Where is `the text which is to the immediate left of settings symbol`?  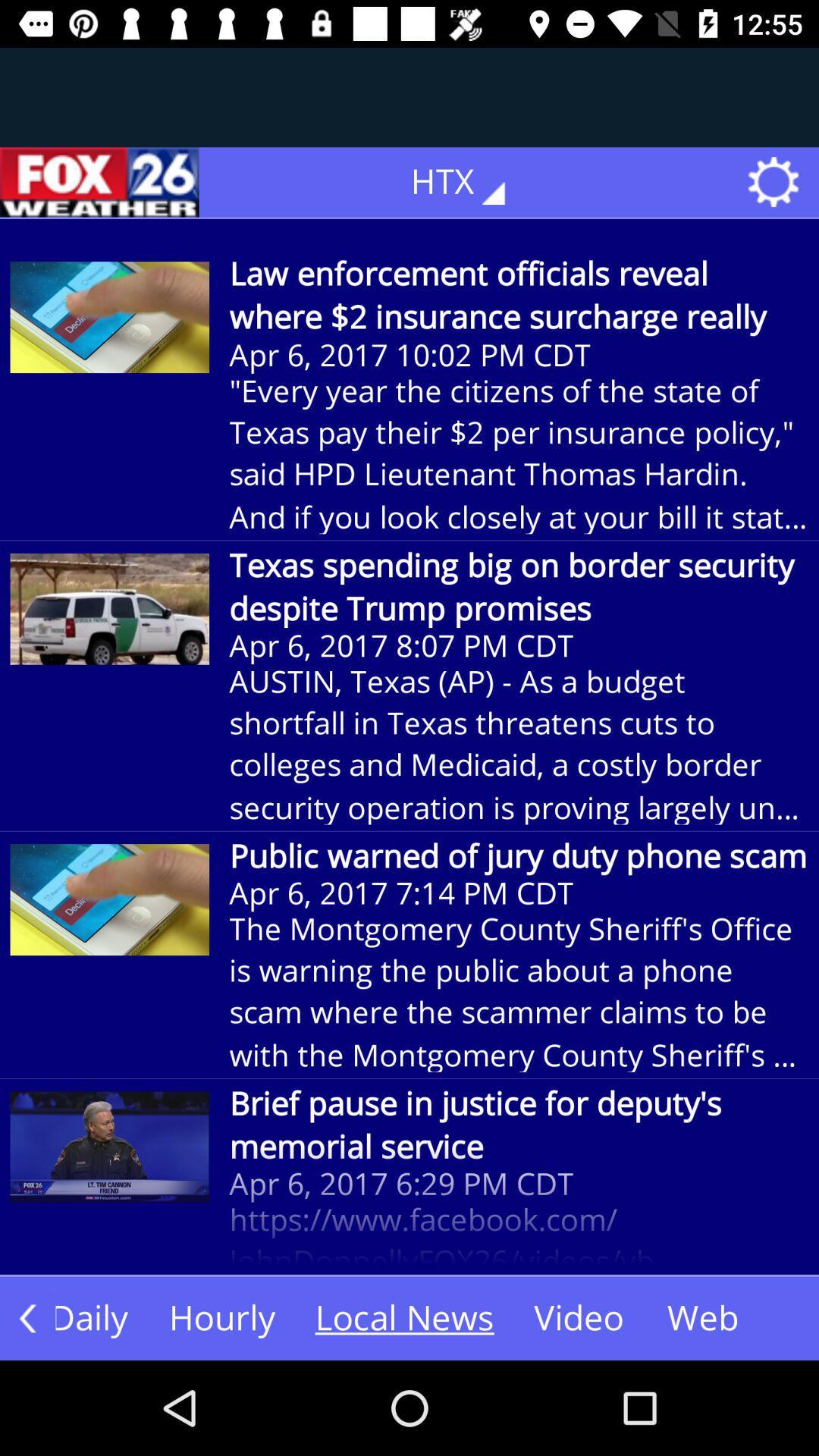 the text which is to the immediate left of settings symbol is located at coordinates (468, 182).